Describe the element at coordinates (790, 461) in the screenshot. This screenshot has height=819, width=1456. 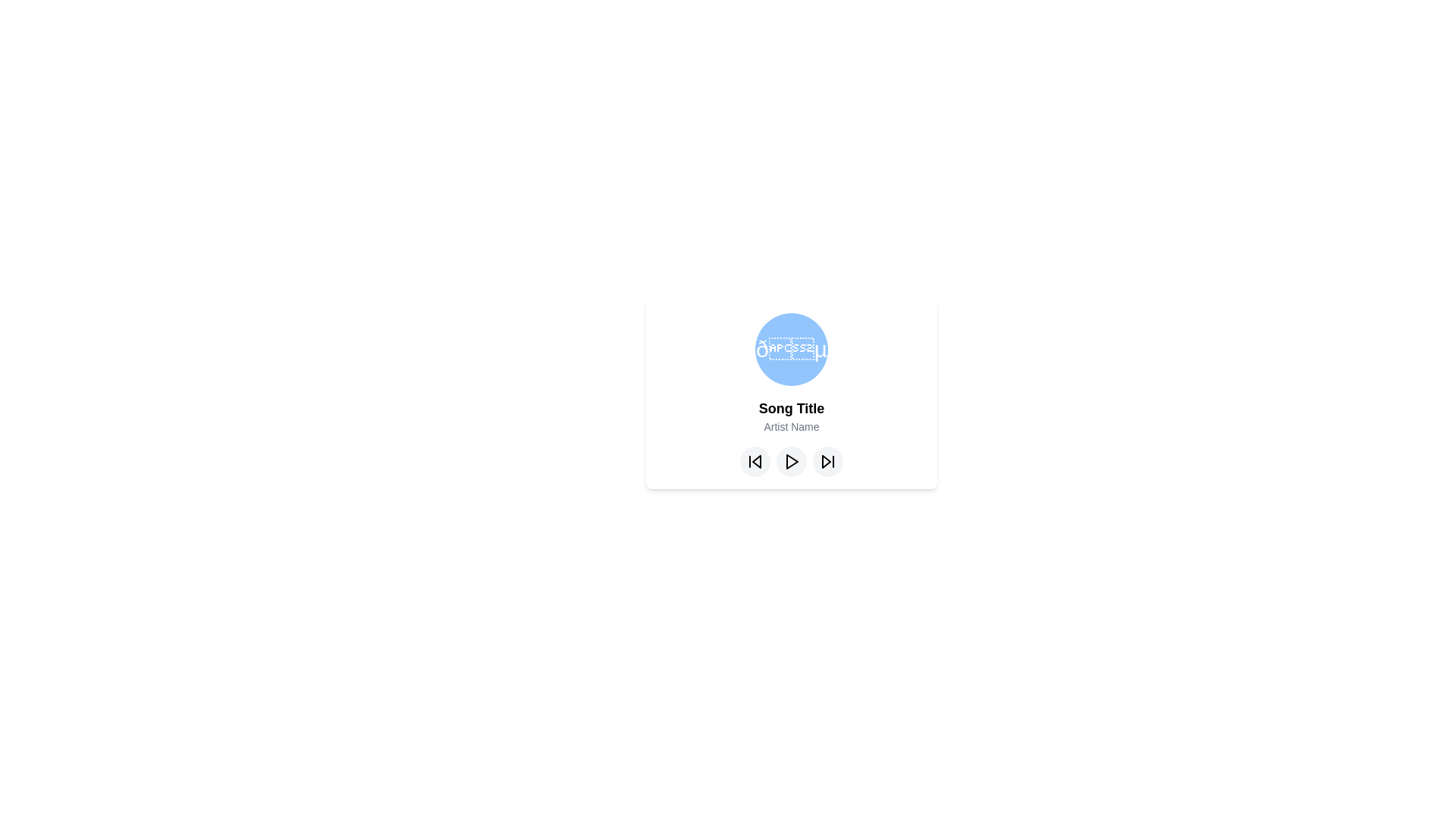
I see `the circular button with a light gray background and a black triangular play icon, positioned between the 'previous' and 'next' buttons at the bottom center of the UI for more details` at that location.